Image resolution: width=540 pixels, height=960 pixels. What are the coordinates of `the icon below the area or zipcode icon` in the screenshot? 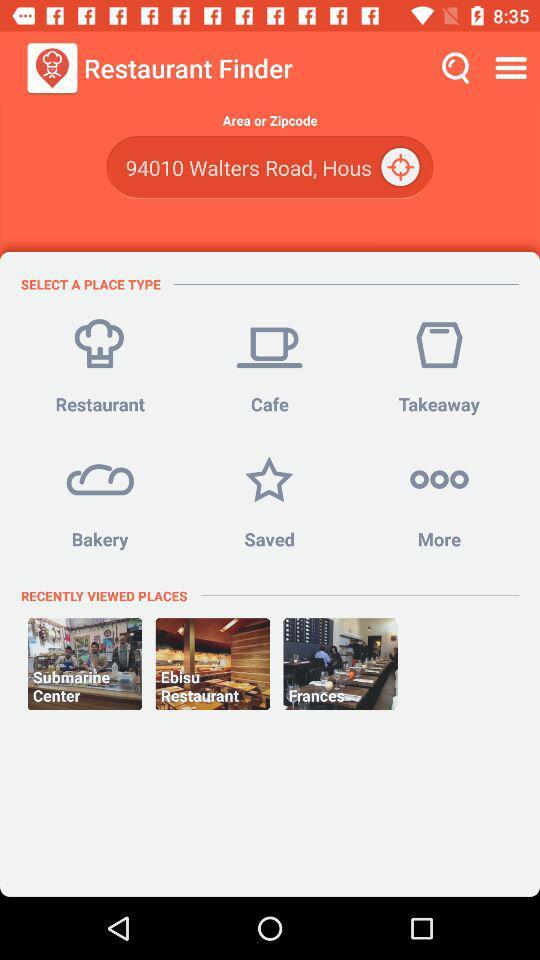 It's located at (402, 166).